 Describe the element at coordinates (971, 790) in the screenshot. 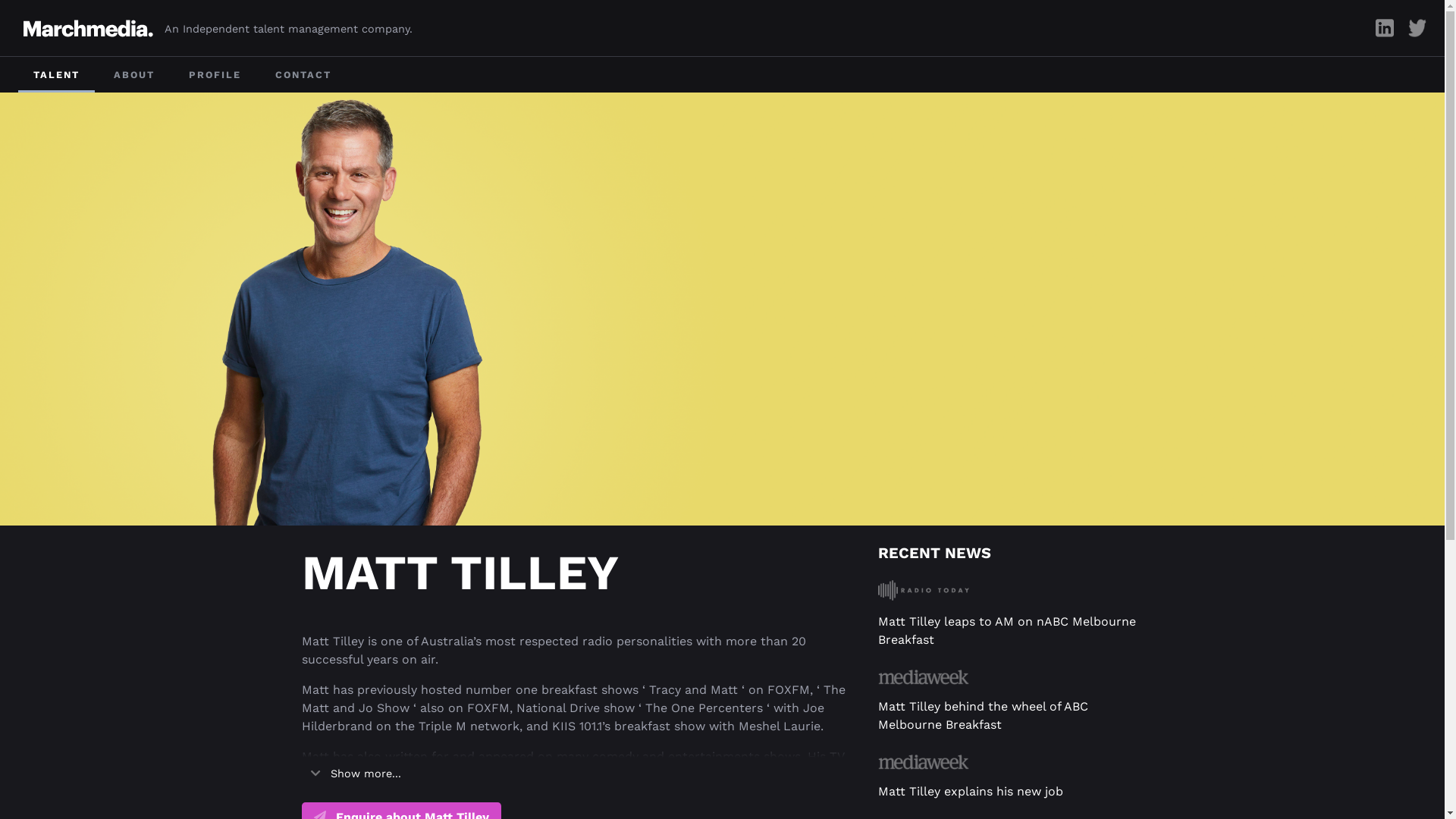

I see `'Matt Tilley explains his new job'` at that location.